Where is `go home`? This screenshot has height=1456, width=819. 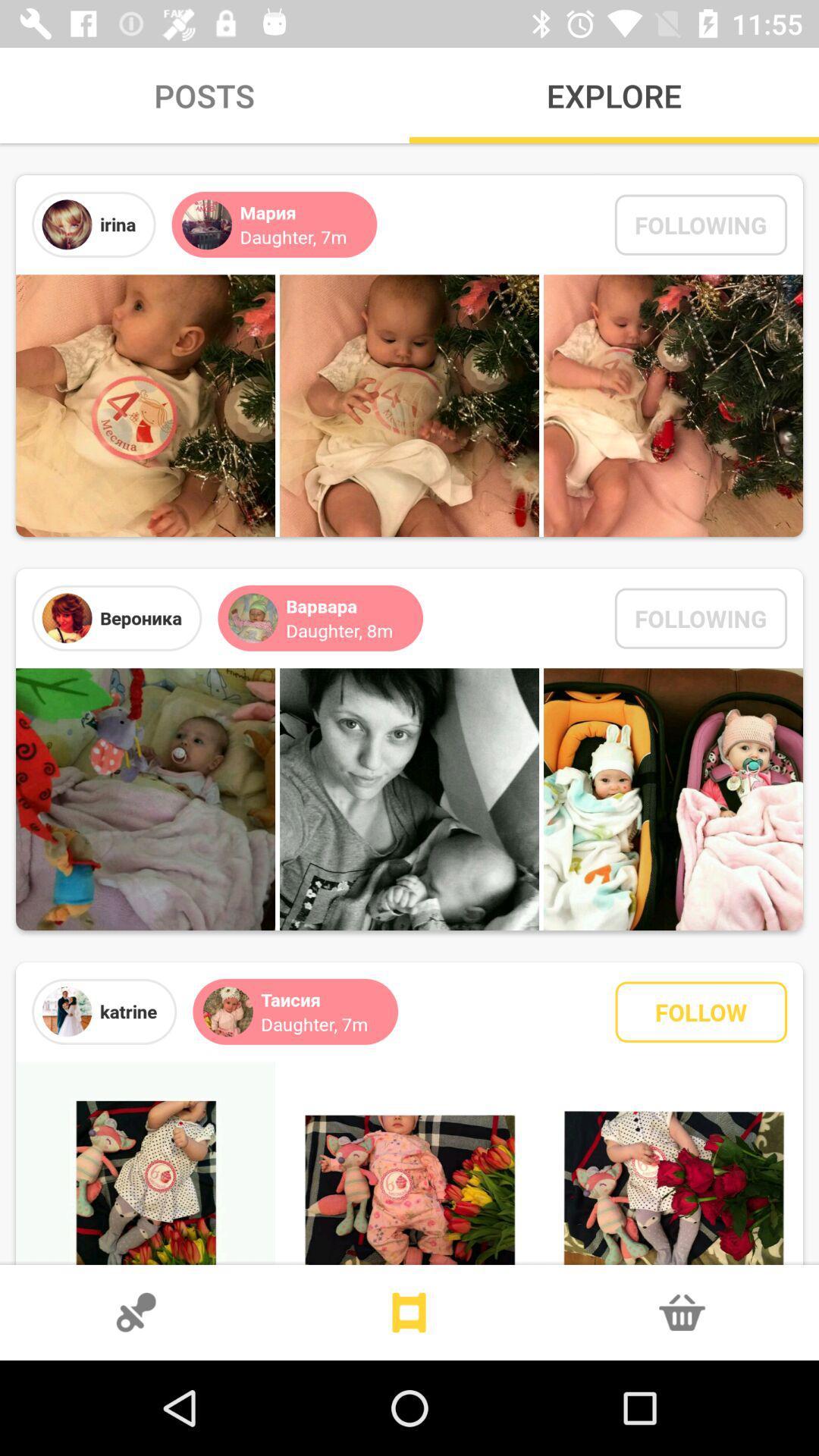
go home is located at coordinates (409, 1312).